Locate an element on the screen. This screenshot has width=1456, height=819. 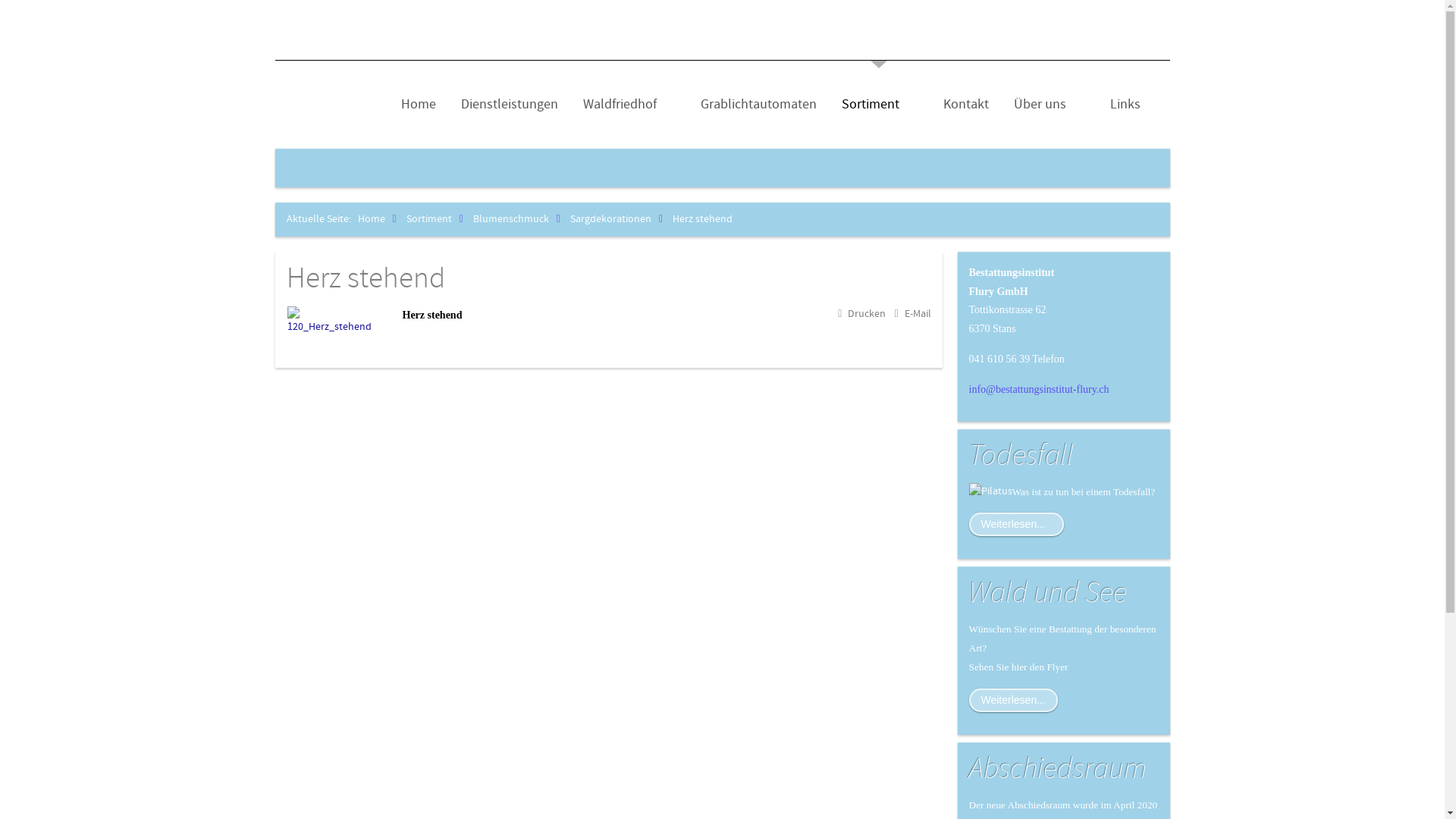
'info@bestattungsinstitut-flury.ch' is located at coordinates (1038, 388).